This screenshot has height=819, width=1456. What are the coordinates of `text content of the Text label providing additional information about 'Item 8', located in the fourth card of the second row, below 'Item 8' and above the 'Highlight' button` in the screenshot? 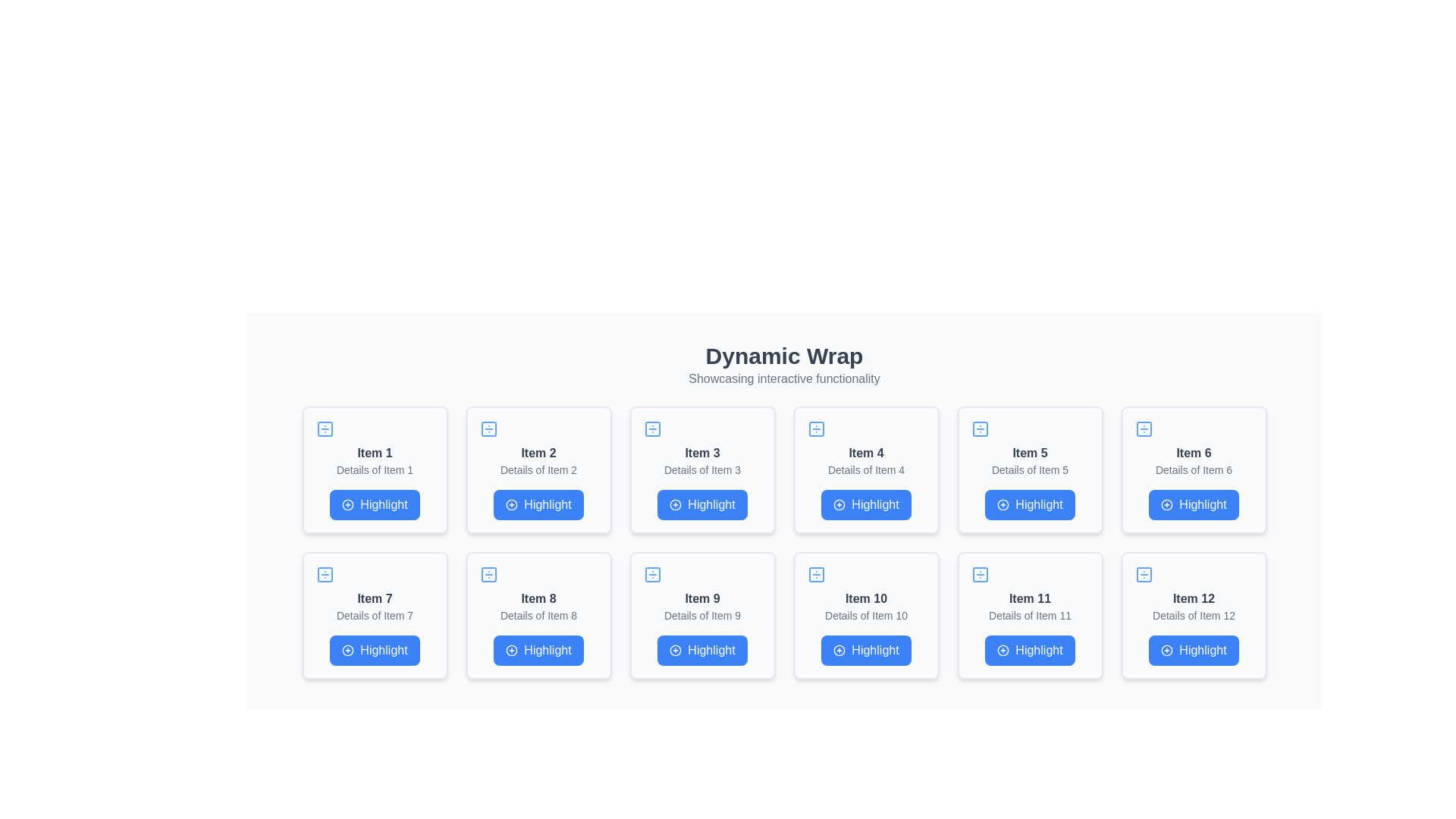 It's located at (538, 616).